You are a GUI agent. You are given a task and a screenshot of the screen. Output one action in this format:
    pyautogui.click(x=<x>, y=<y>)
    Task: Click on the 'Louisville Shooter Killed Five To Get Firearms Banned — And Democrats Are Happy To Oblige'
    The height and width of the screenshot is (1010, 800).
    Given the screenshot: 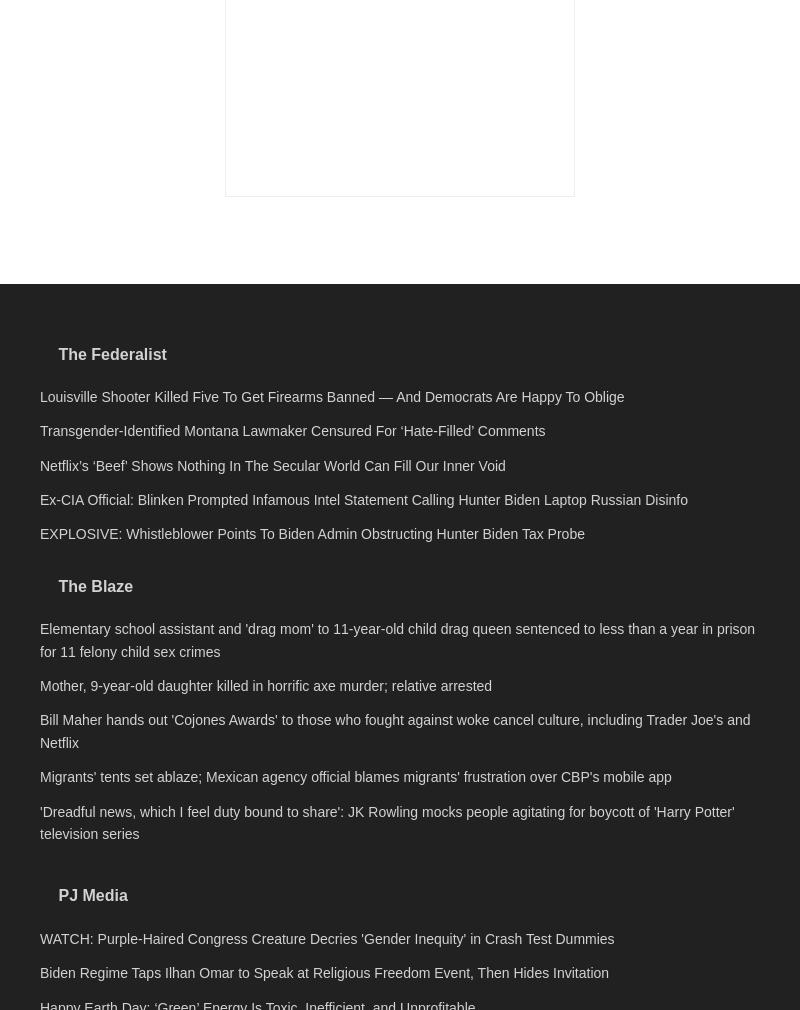 What is the action you would take?
    pyautogui.click(x=331, y=676)
    